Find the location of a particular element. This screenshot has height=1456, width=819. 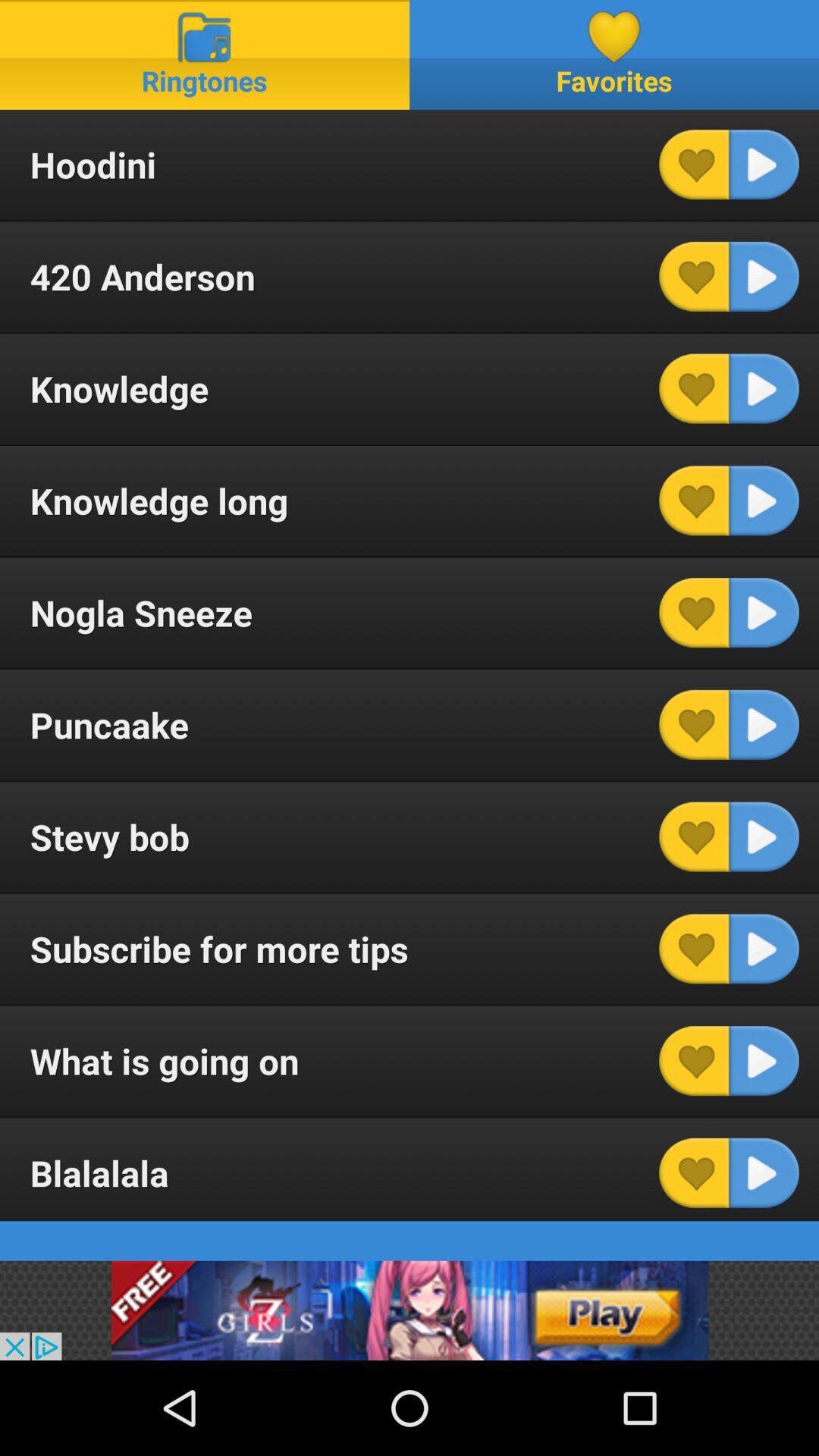

the ringtone to your favorites is located at coordinates (694, 613).